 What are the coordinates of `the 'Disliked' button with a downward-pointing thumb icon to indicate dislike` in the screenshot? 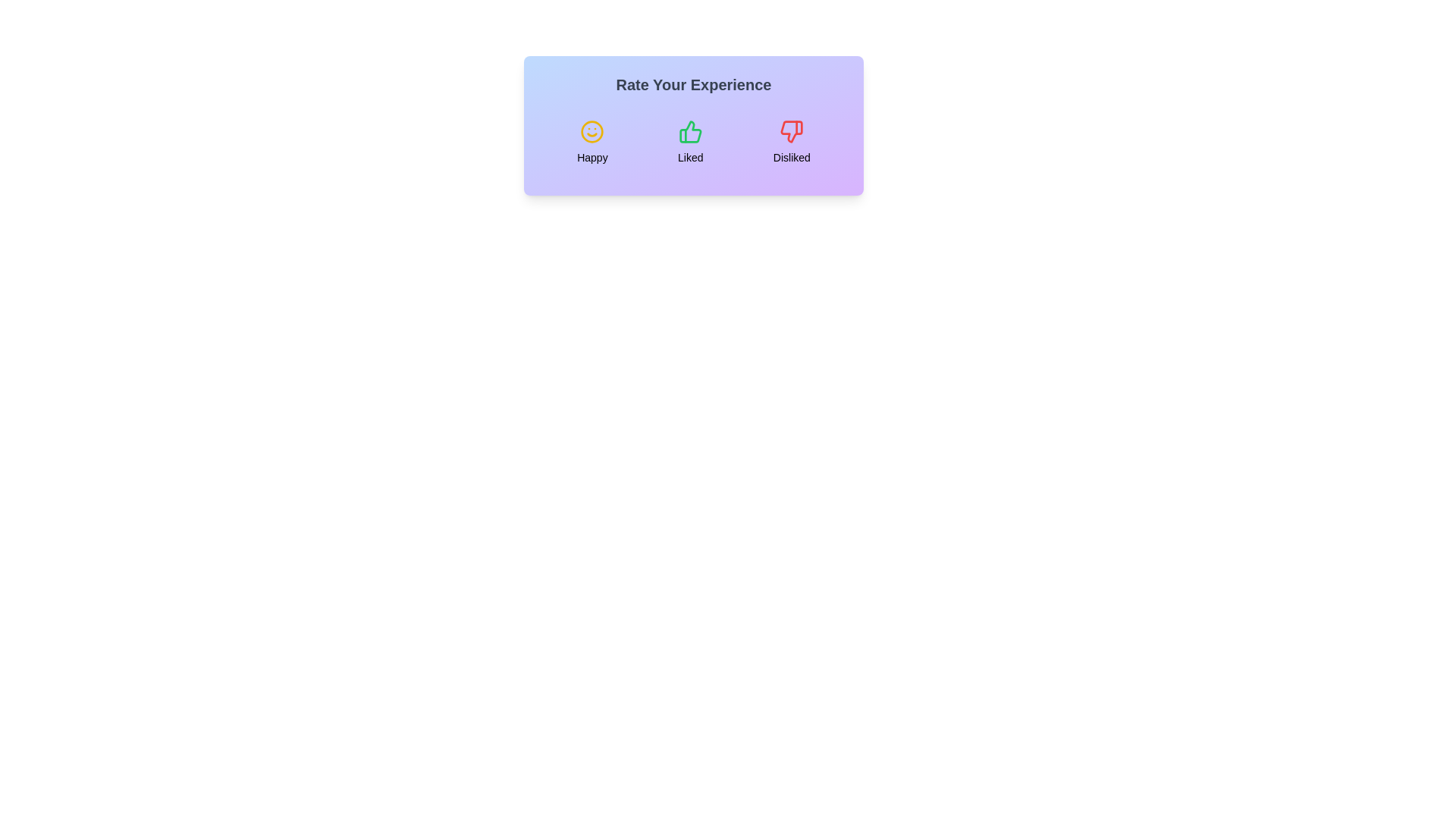 It's located at (791, 143).